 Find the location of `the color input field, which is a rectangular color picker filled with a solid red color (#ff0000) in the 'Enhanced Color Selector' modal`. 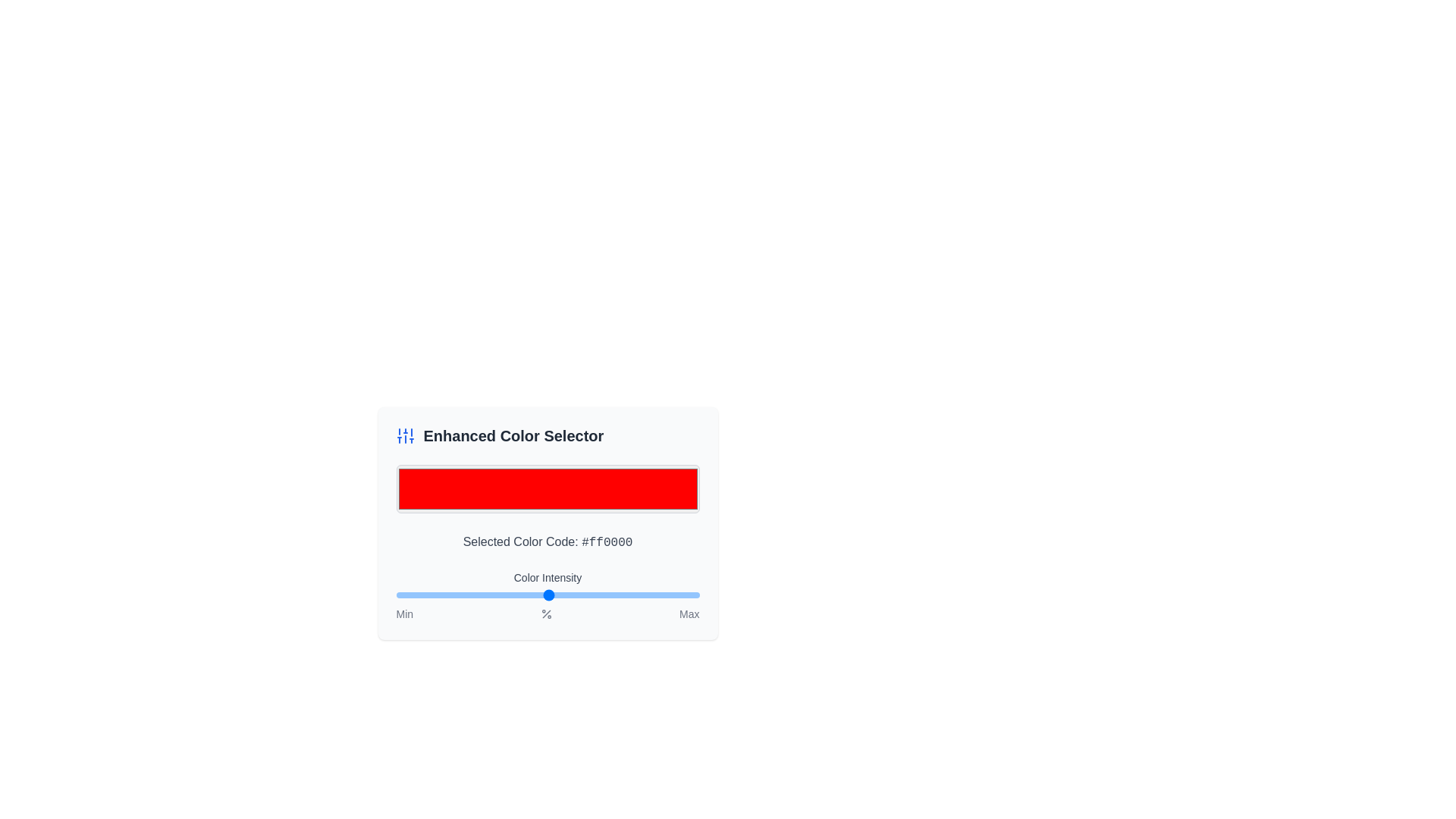

the color input field, which is a rectangular color picker filled with a solid red color (#ff0000) in the 'Enhanced Color Selector' modal is located at coordinates (547, 488).